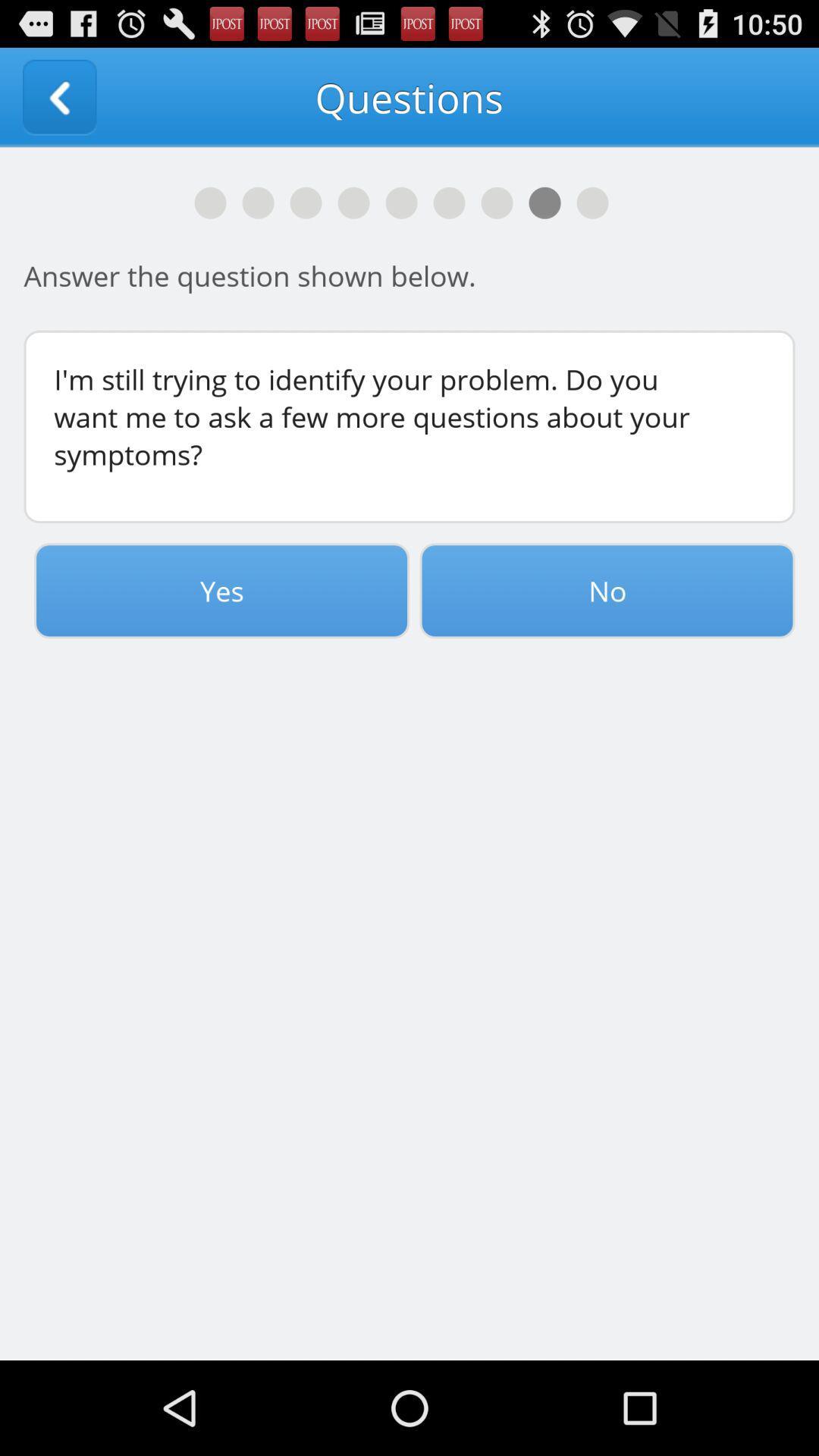 This screenshot has width=819, height=1456. Describe the element at coordinates (607, 590) in the screenshot. I see `button to the right of the yes item` at that location.